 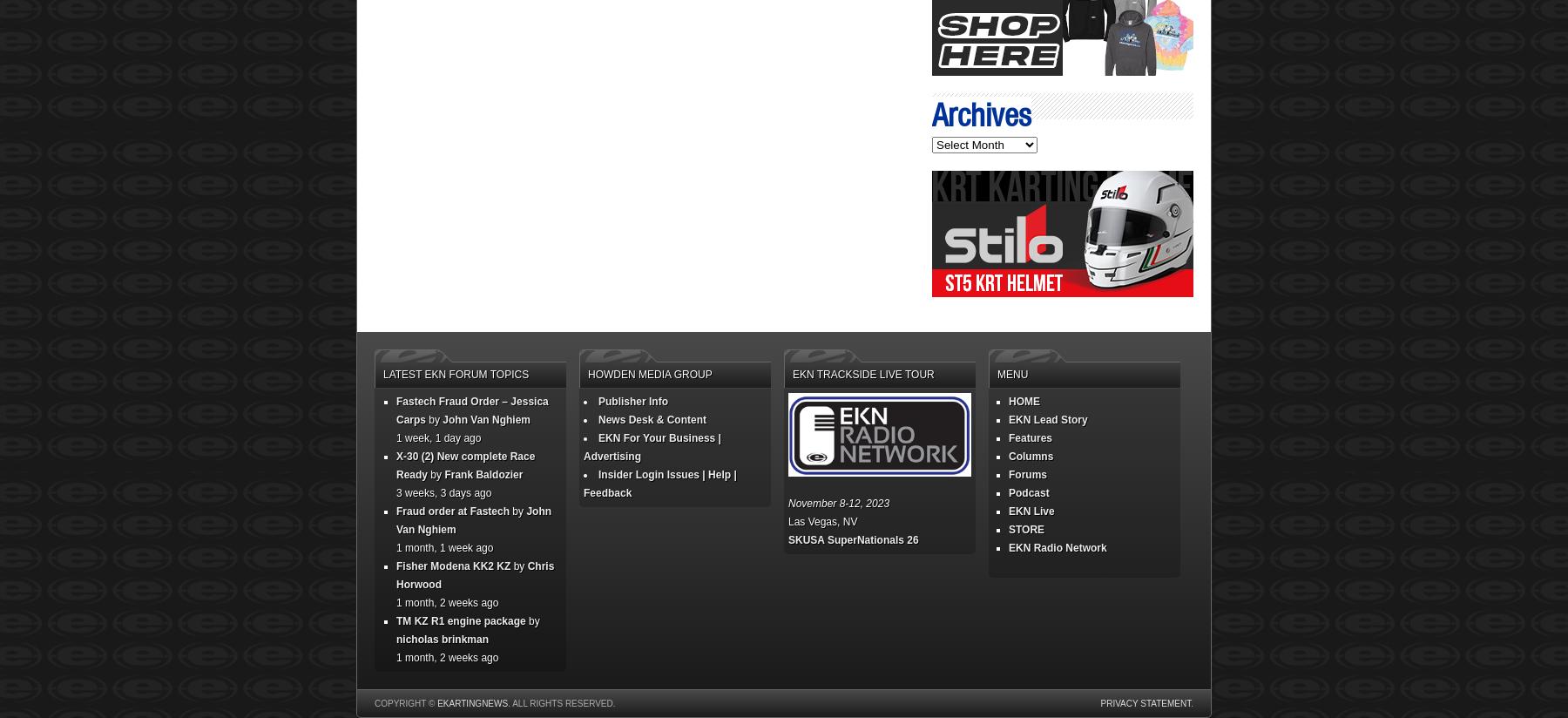 What do you see at coordinates (792, 373) in the screenshot?
I see `'EKN TRACKSIDE LIVE TOUR'` at bounding box center [792, 373].